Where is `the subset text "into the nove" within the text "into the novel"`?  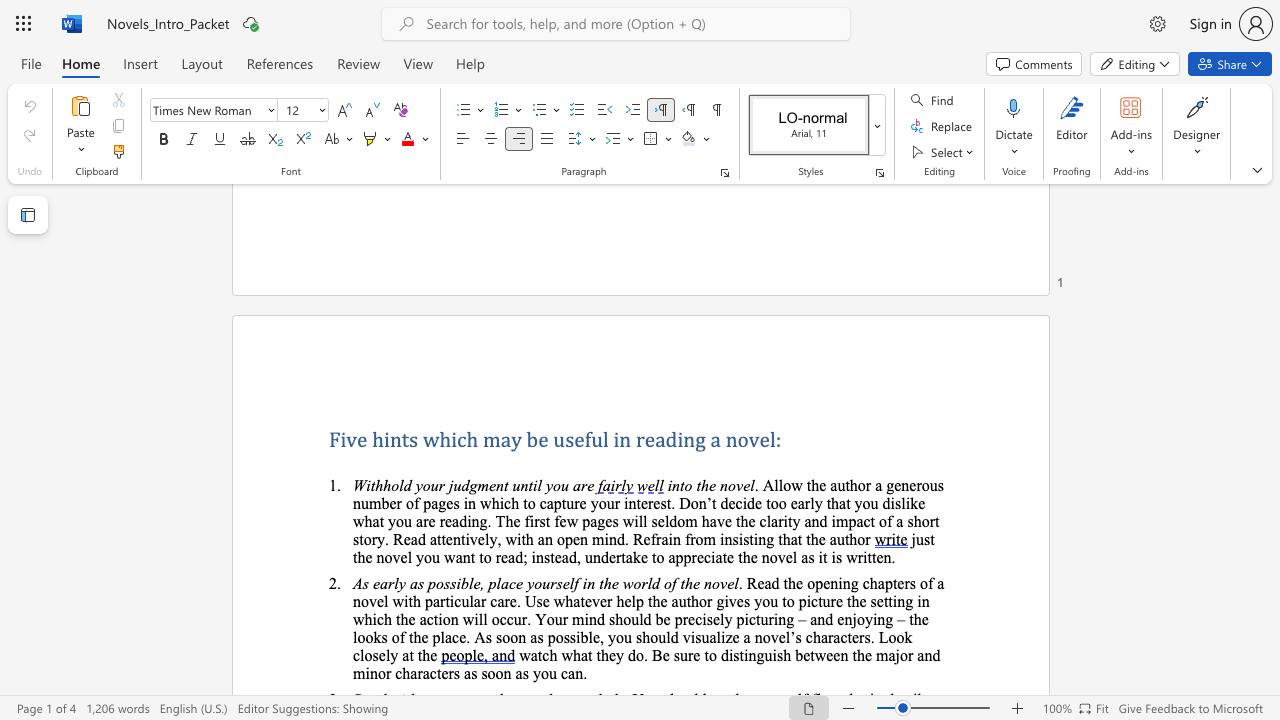
the subset text "into the nove" within the text "into the novel" is located at coordinates (667, 485).